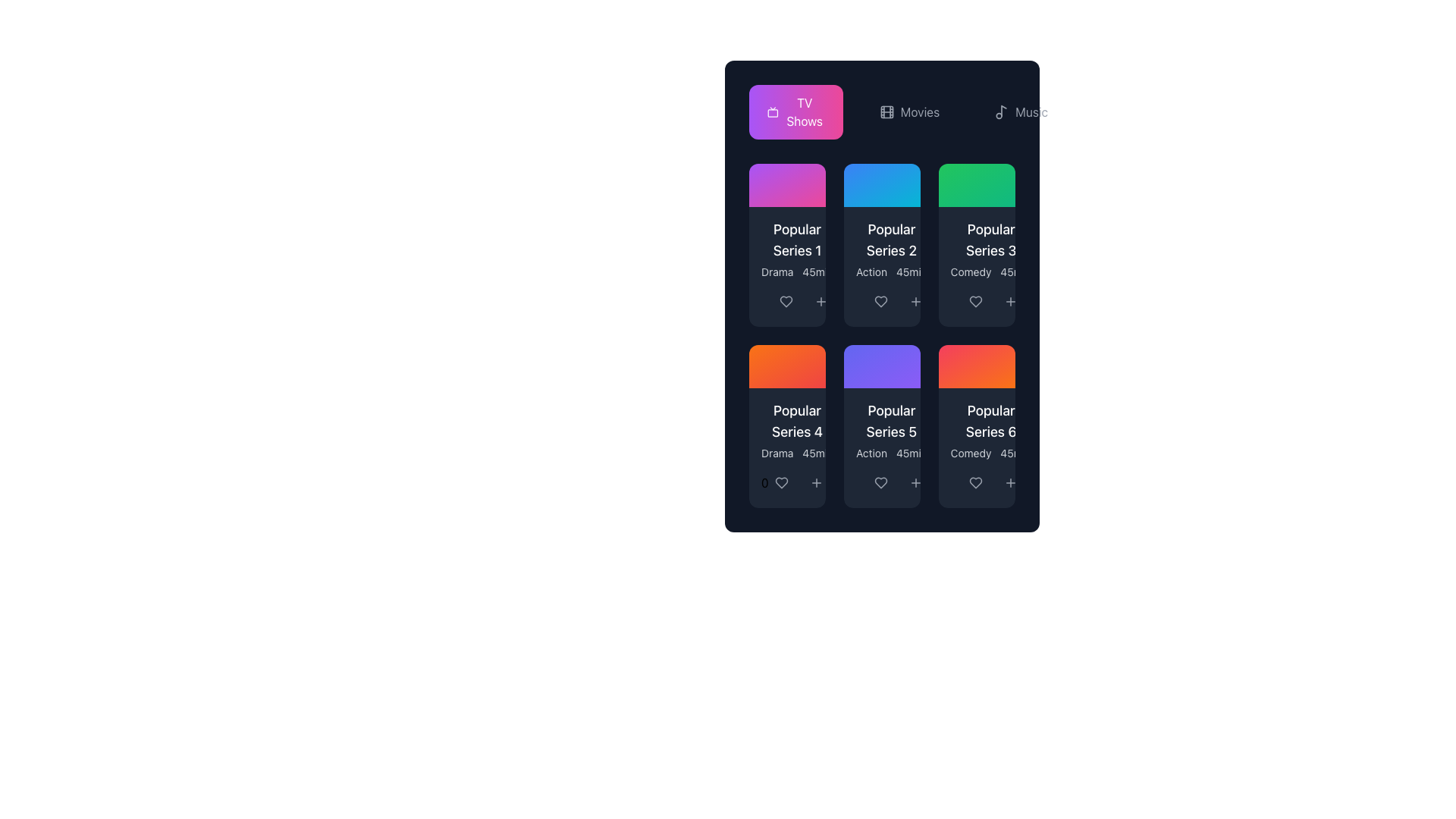  I want to click on the circular button with a play symbol located in the top section of the second card in the first row above 'Popular Series 2', so click(882, 184).